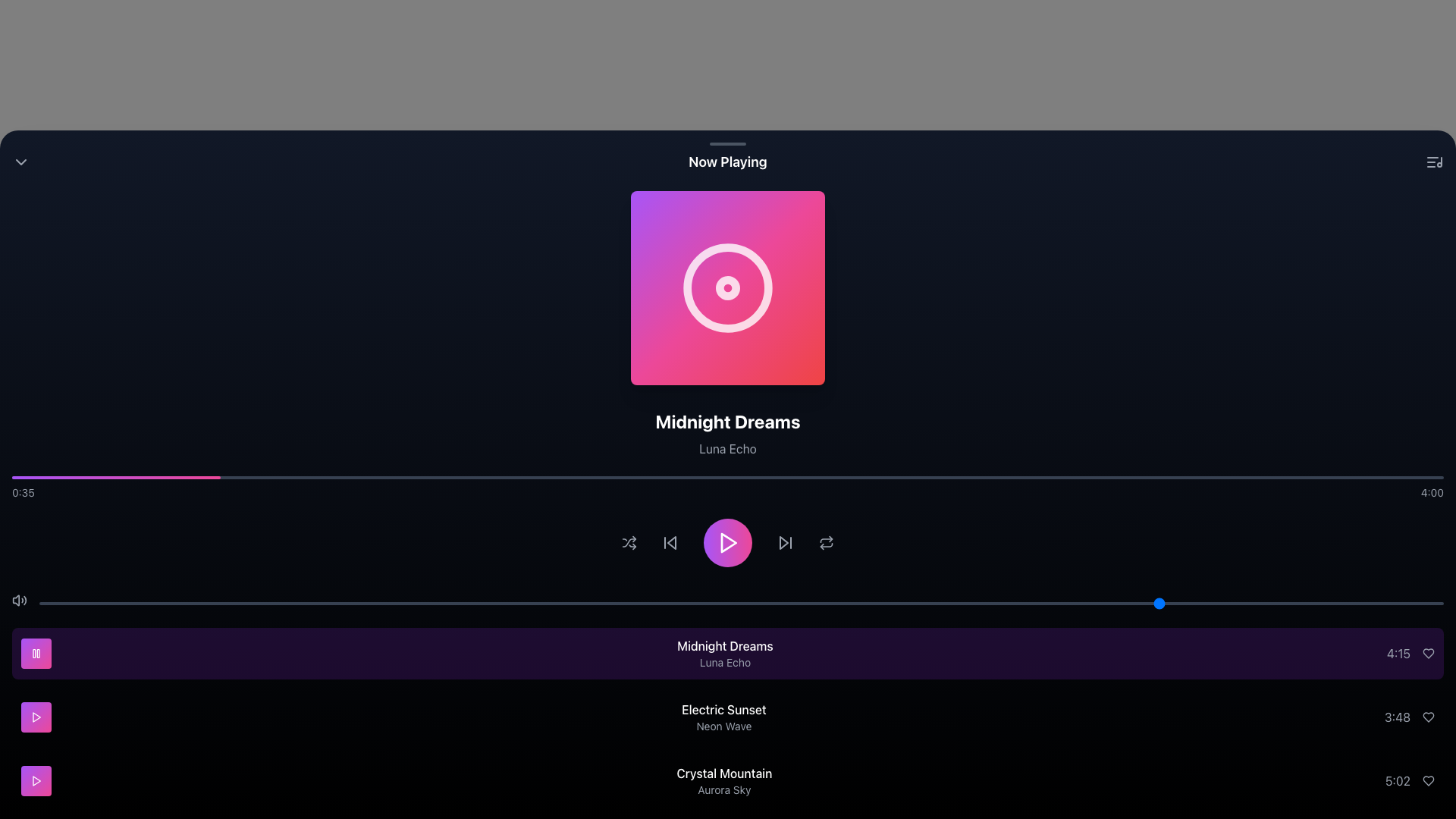  Describe the element at coordinates (36, 780) in the screenshot. I see `the play button located in the lower left corner of the interface, which is the third button in a vertical sequence and features a right-pointing triangle within a contrasting square` at that location.